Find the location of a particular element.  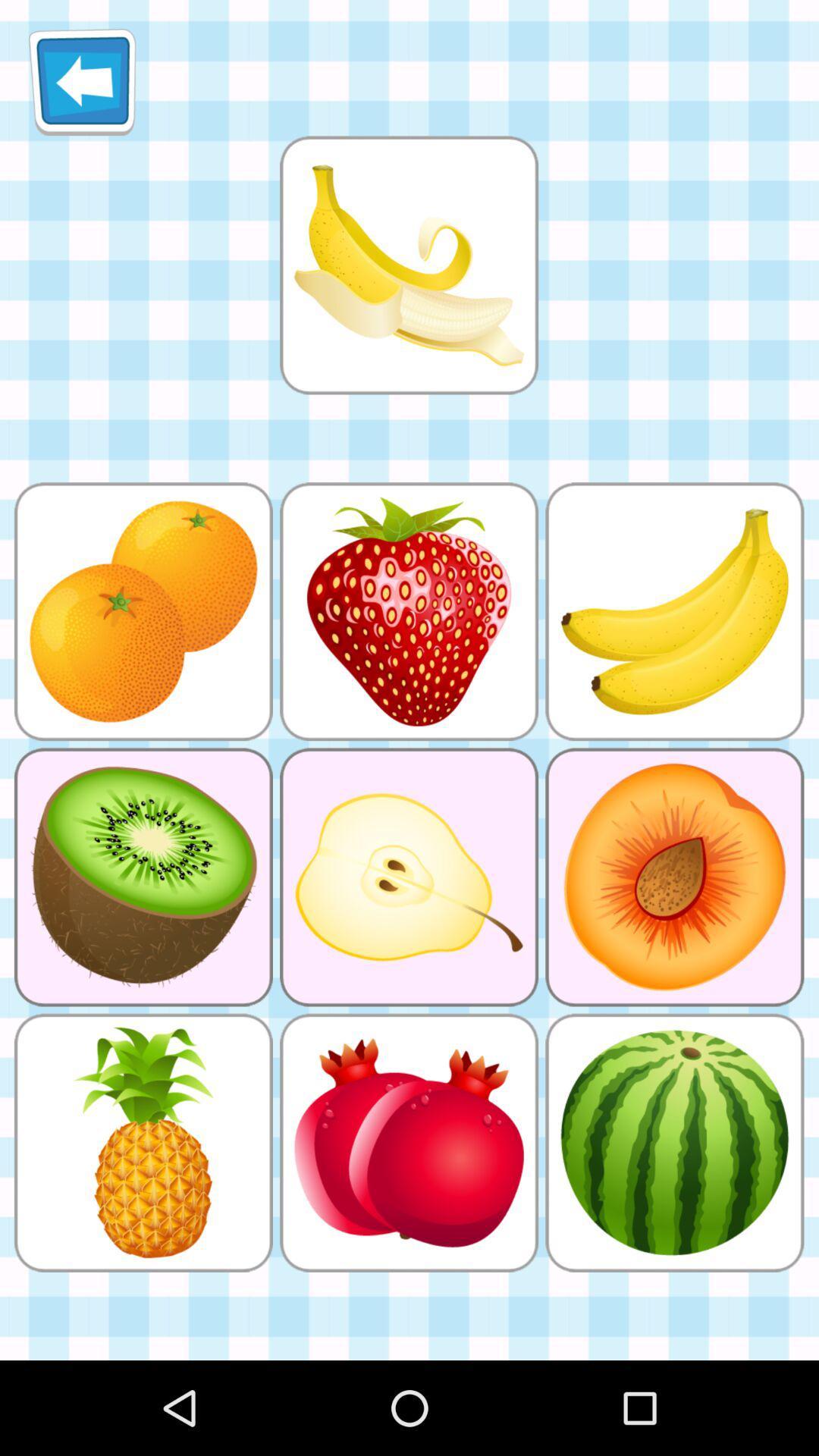

peeled banana is located at coordinates (408, 265).